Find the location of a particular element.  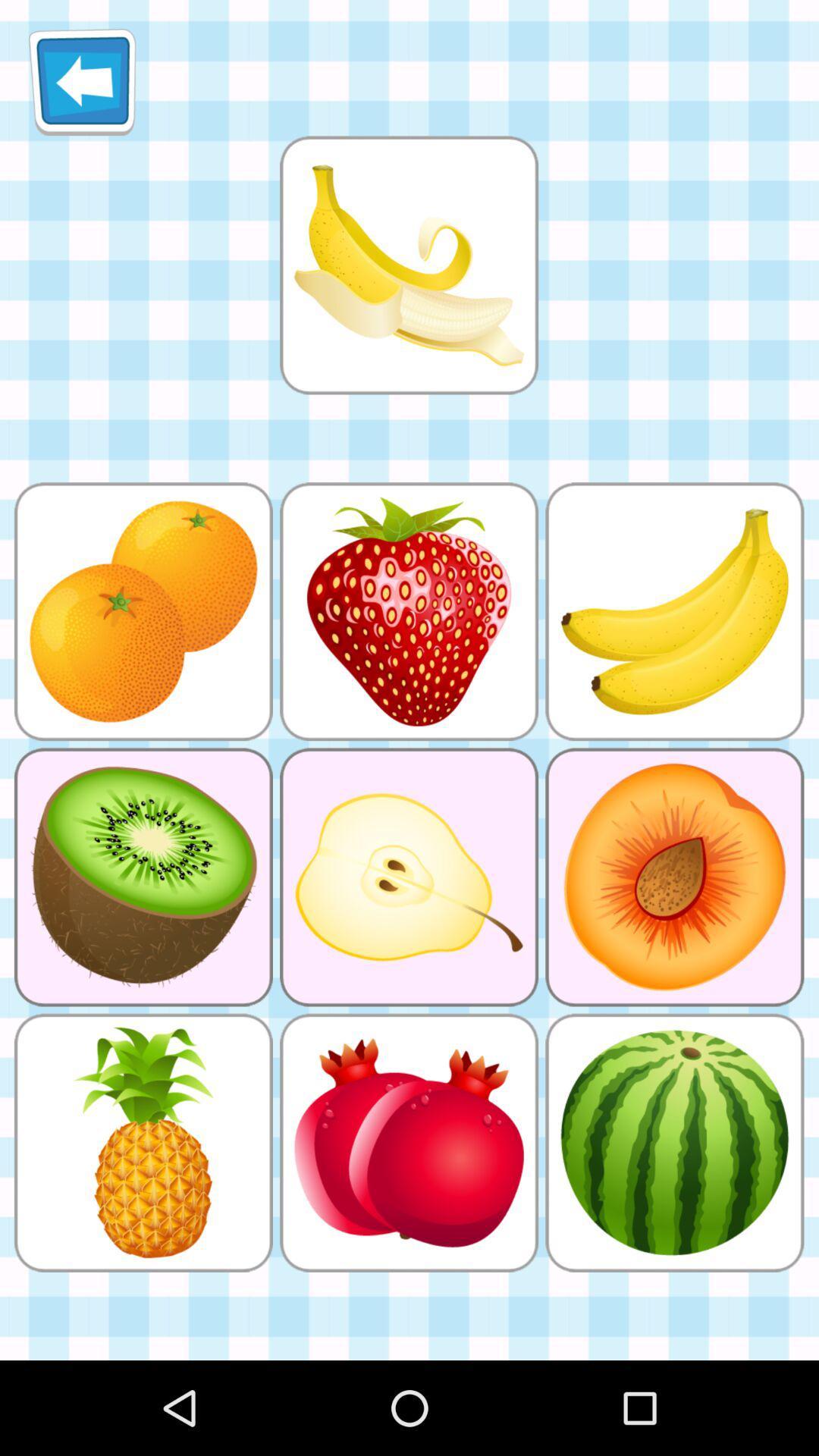

peeled banana is located at coordinates (408, 265).